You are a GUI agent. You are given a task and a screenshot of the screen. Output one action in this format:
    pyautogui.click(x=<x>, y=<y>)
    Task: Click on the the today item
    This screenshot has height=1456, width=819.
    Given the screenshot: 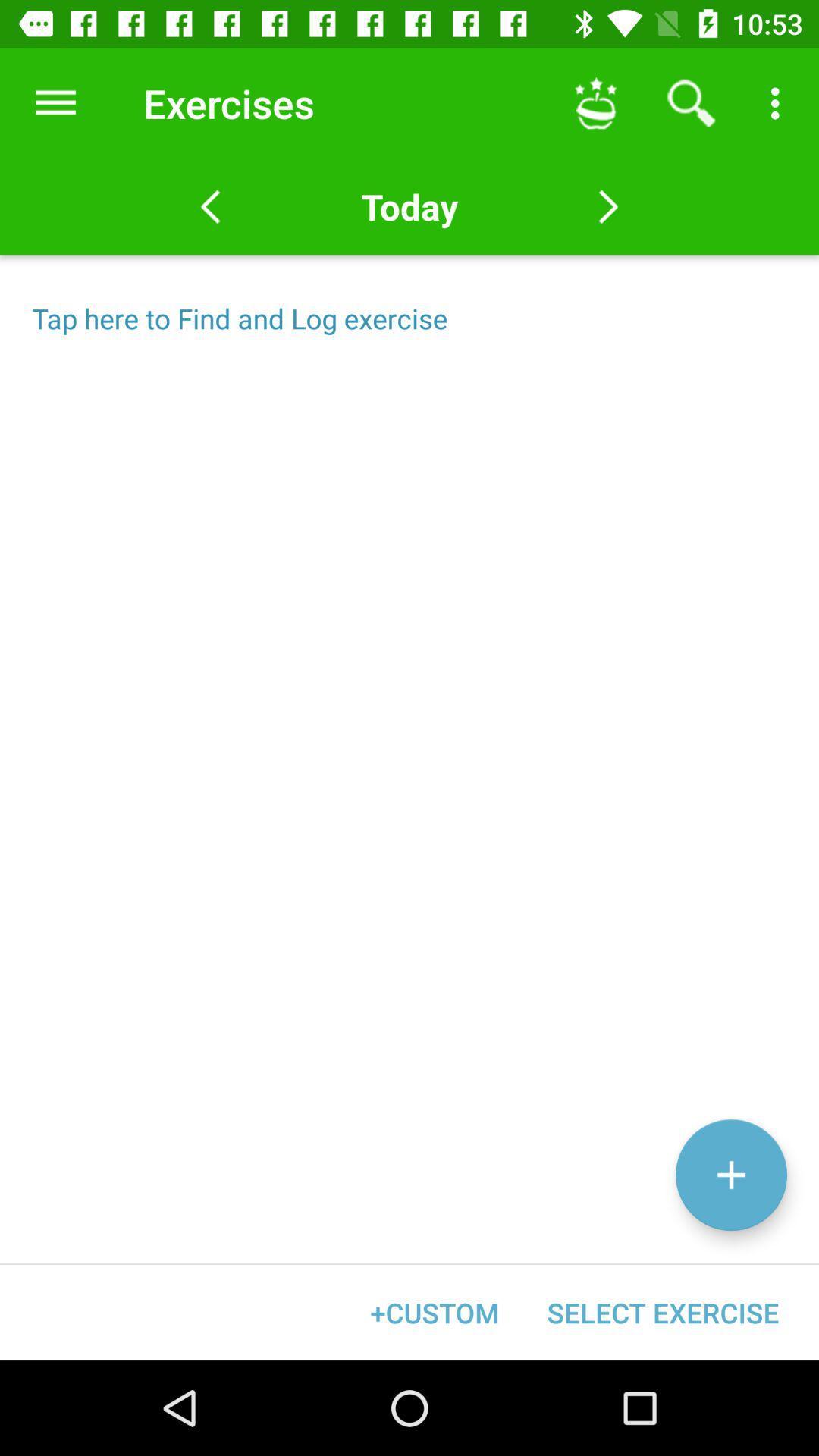 What is the action you would take?
    pyautogui.click(x=409, y=206)
    